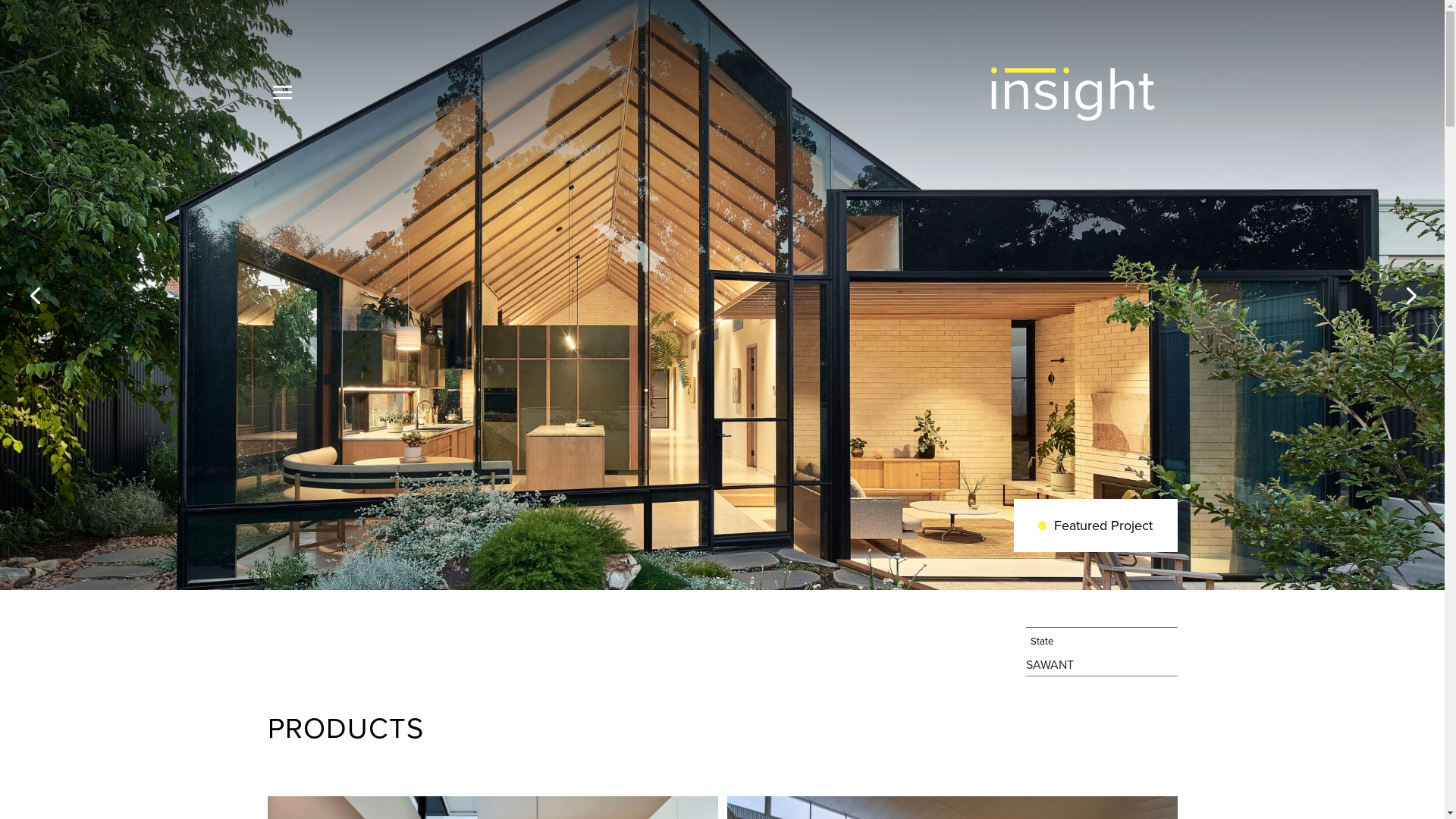 This screenshot has height=819, width=1456. I want to click on 'NT', so click(1065, 664).